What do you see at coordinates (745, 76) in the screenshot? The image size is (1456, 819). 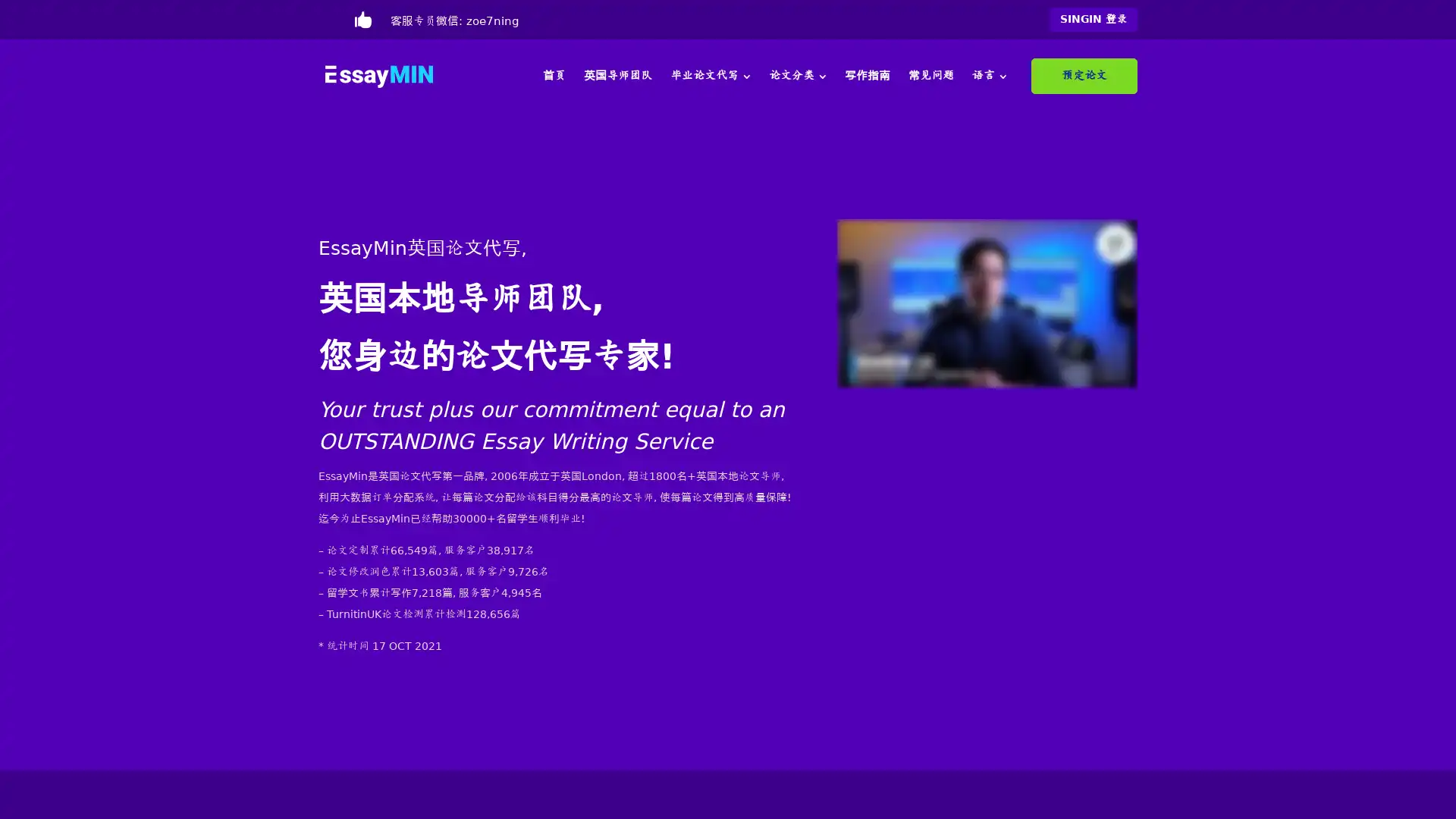 I see `3` at bounding box center [745, 76].